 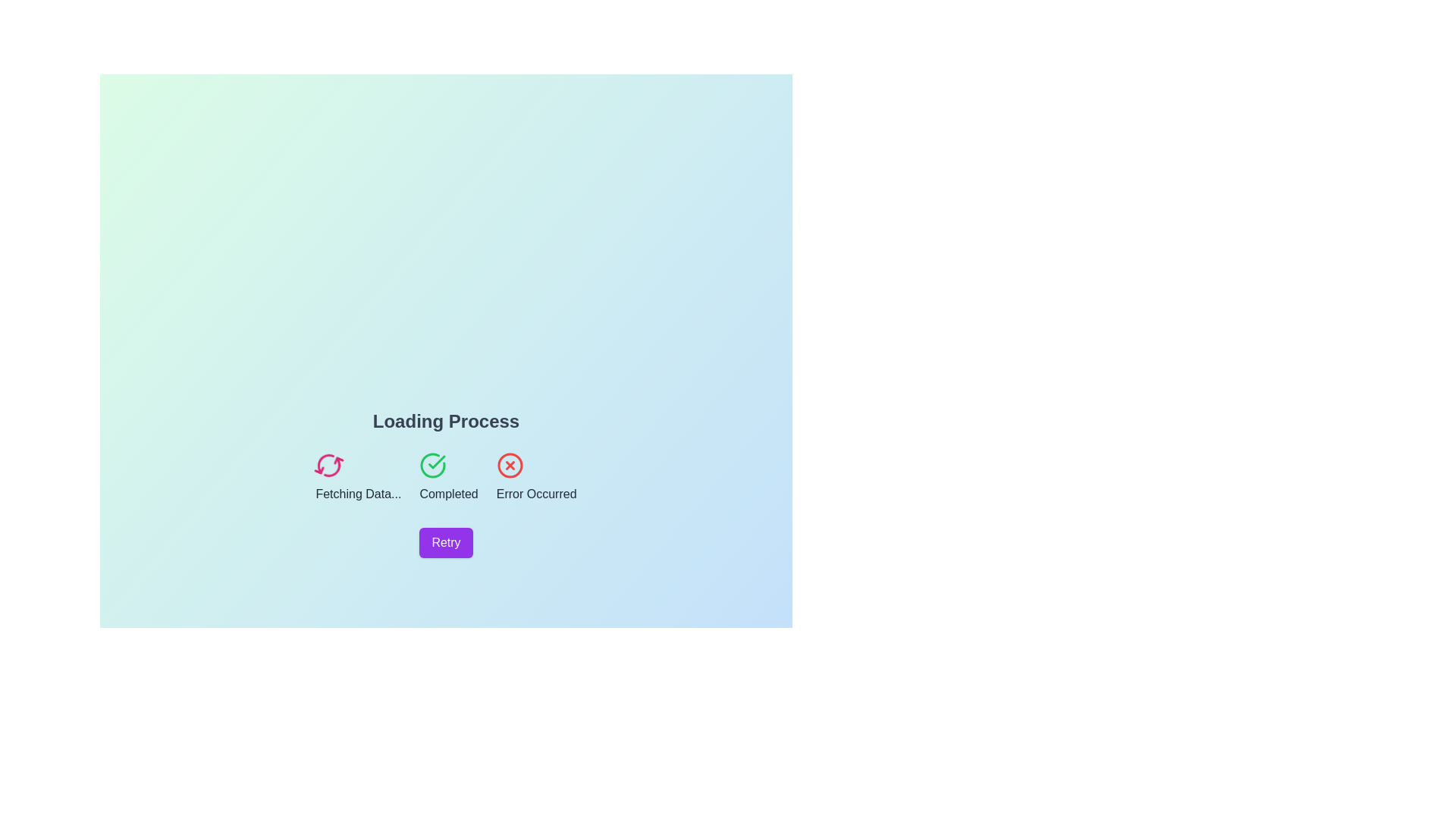 What do you see at coordinates (445, 421) in the screenshot?
I see `the Text label that serves as a title or header indicating the context or subject of the interface below it` at bounding box center [445, 421].